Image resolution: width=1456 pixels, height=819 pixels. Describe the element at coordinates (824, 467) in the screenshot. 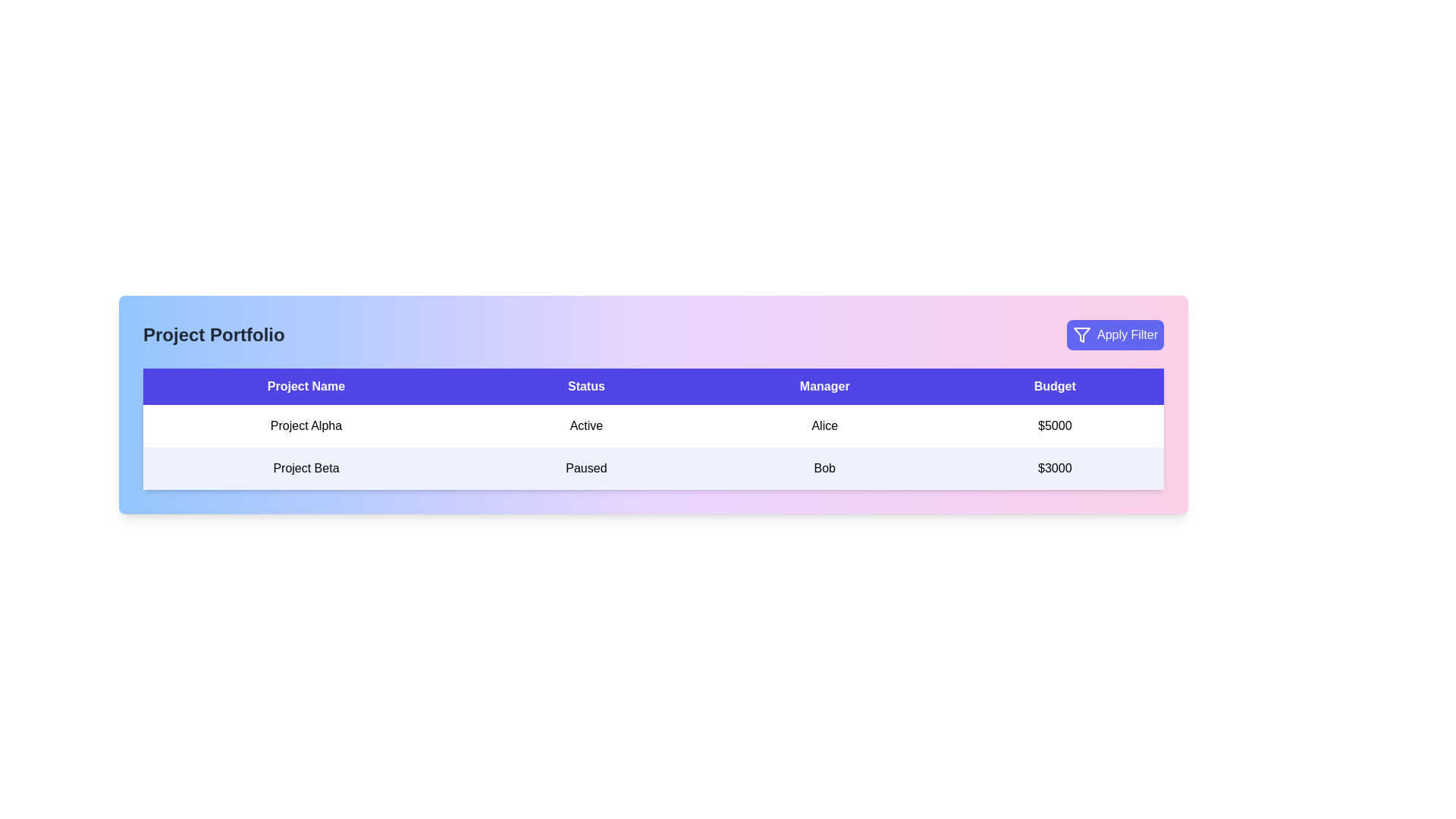

I see `the static text label displaying the manager's name for 'Project Beta'` at that location.